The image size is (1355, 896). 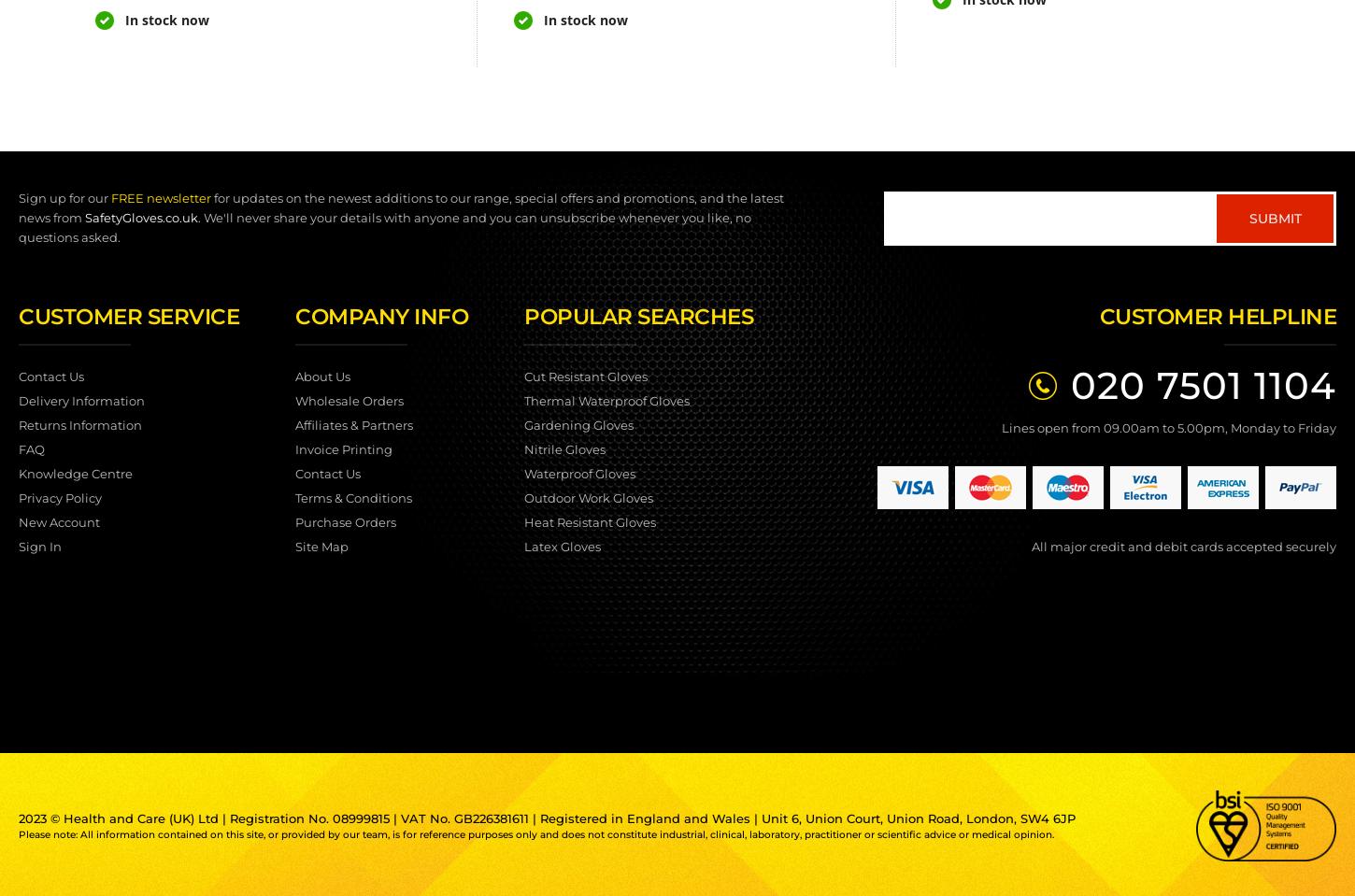 What do you see at coordinates (383, 227) in the screenshot?
I see `'. We'll never share your details with anyone and you can unsubscribe whenever you like, no questions asked.'` at bounding box center [383, 227].